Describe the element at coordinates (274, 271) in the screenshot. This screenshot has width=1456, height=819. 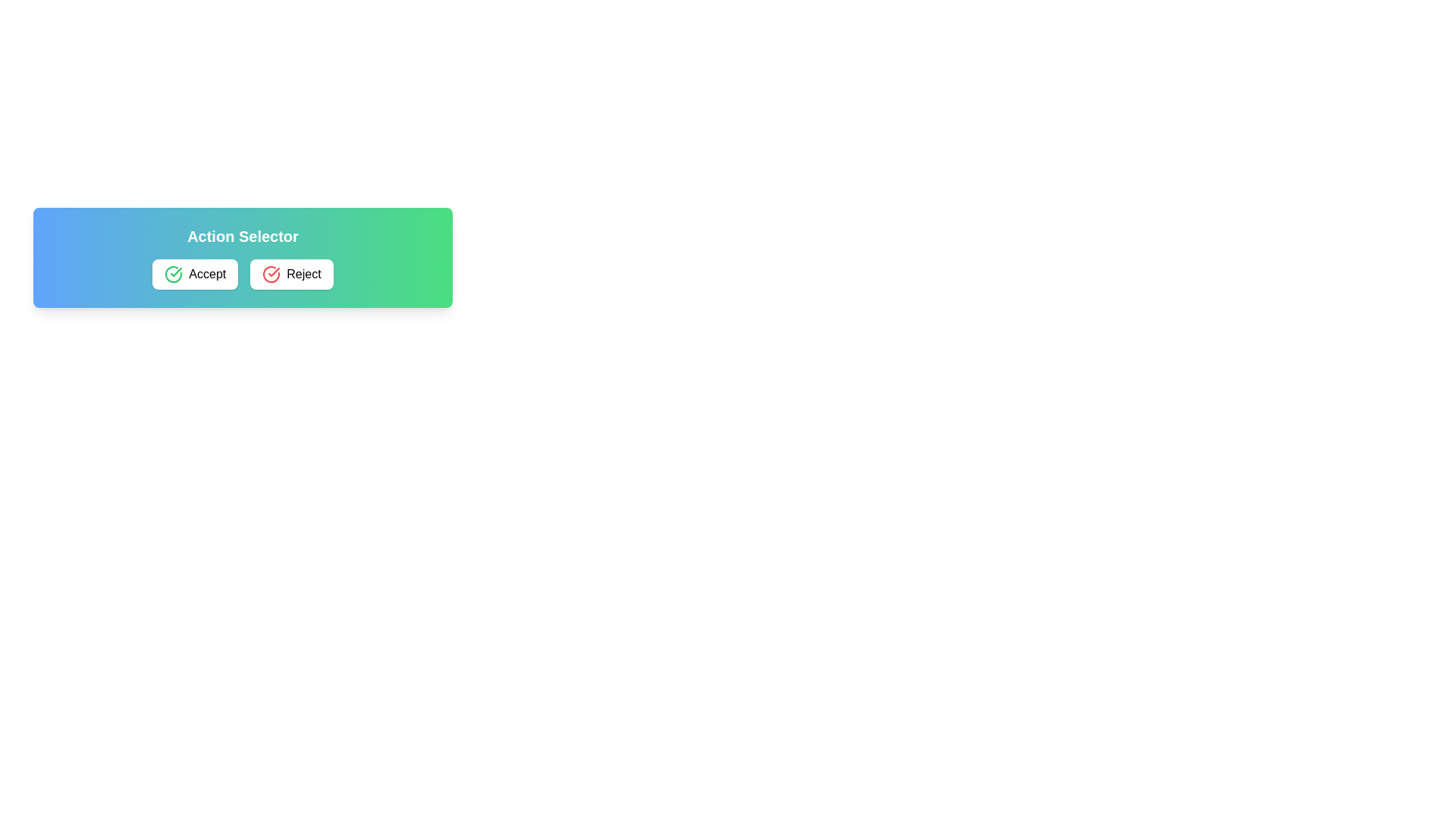
I see `the red checkmark icon within the 'Reject' button, which is the second button from the left in a two-button layout` at that location.